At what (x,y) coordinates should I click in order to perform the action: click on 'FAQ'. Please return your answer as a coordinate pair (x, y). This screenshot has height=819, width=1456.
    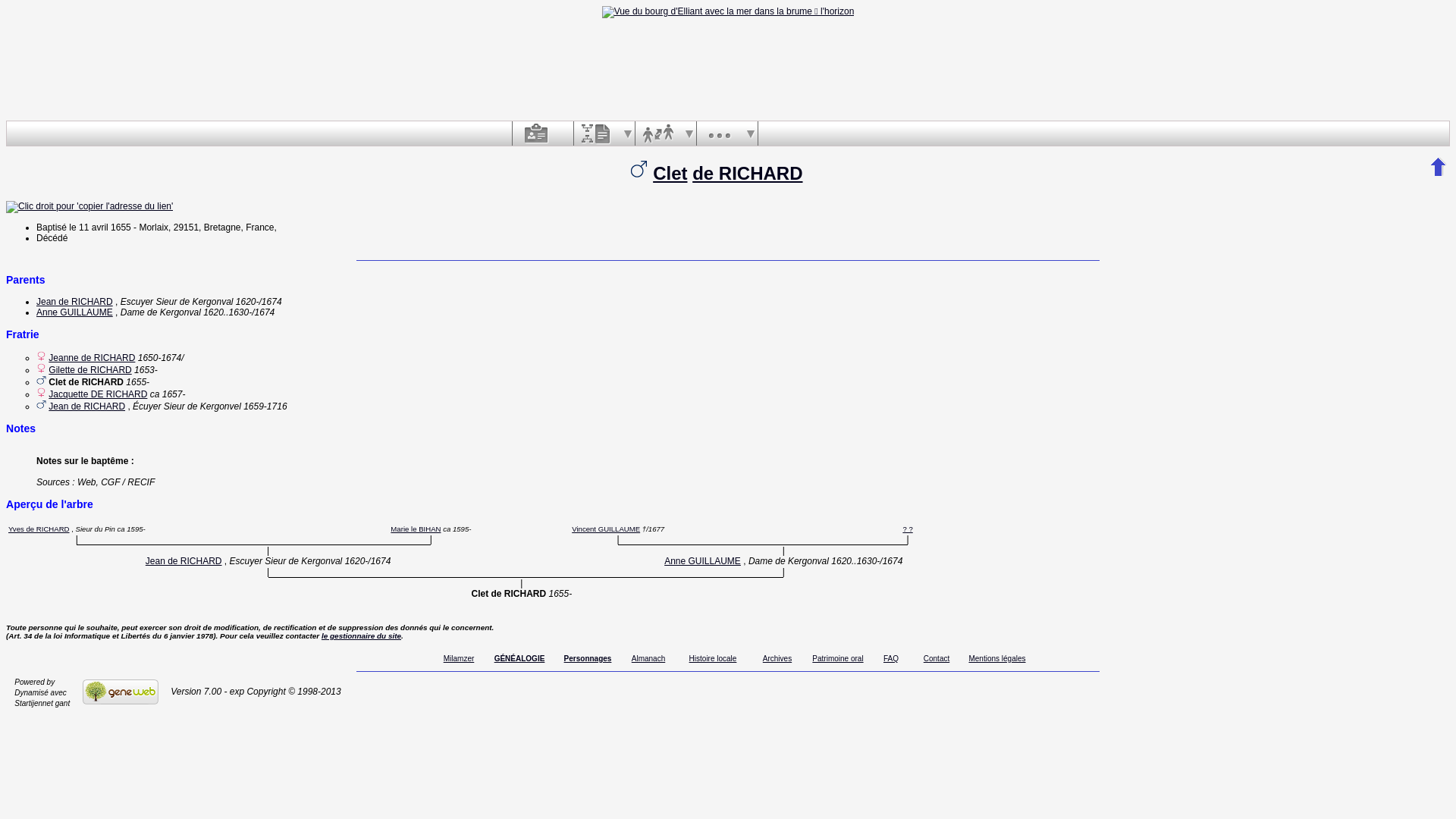
    Looking at the image, I should click on (883, 657).